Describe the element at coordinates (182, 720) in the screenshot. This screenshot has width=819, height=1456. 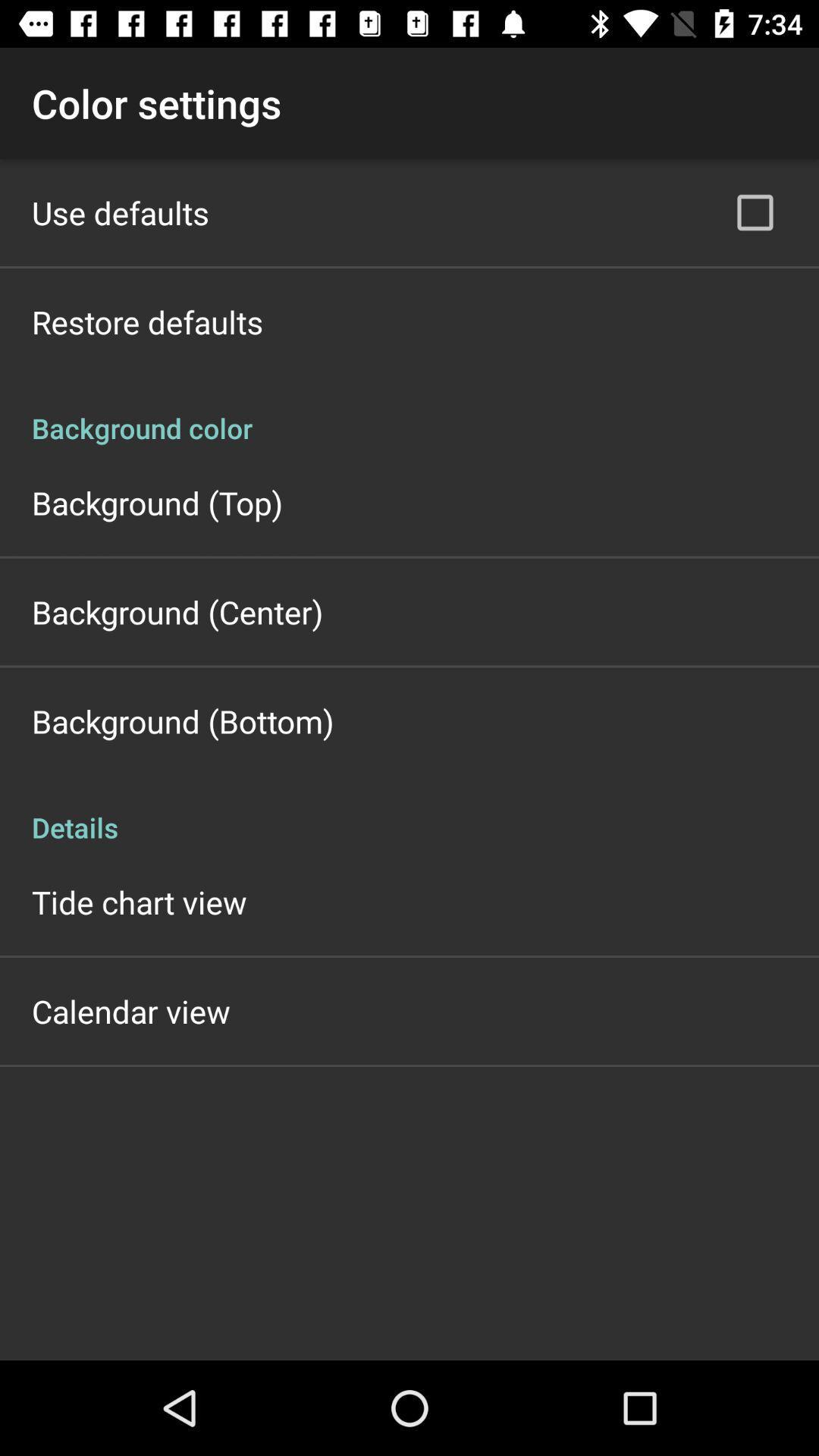
I see `background (bottom) app` at that location.